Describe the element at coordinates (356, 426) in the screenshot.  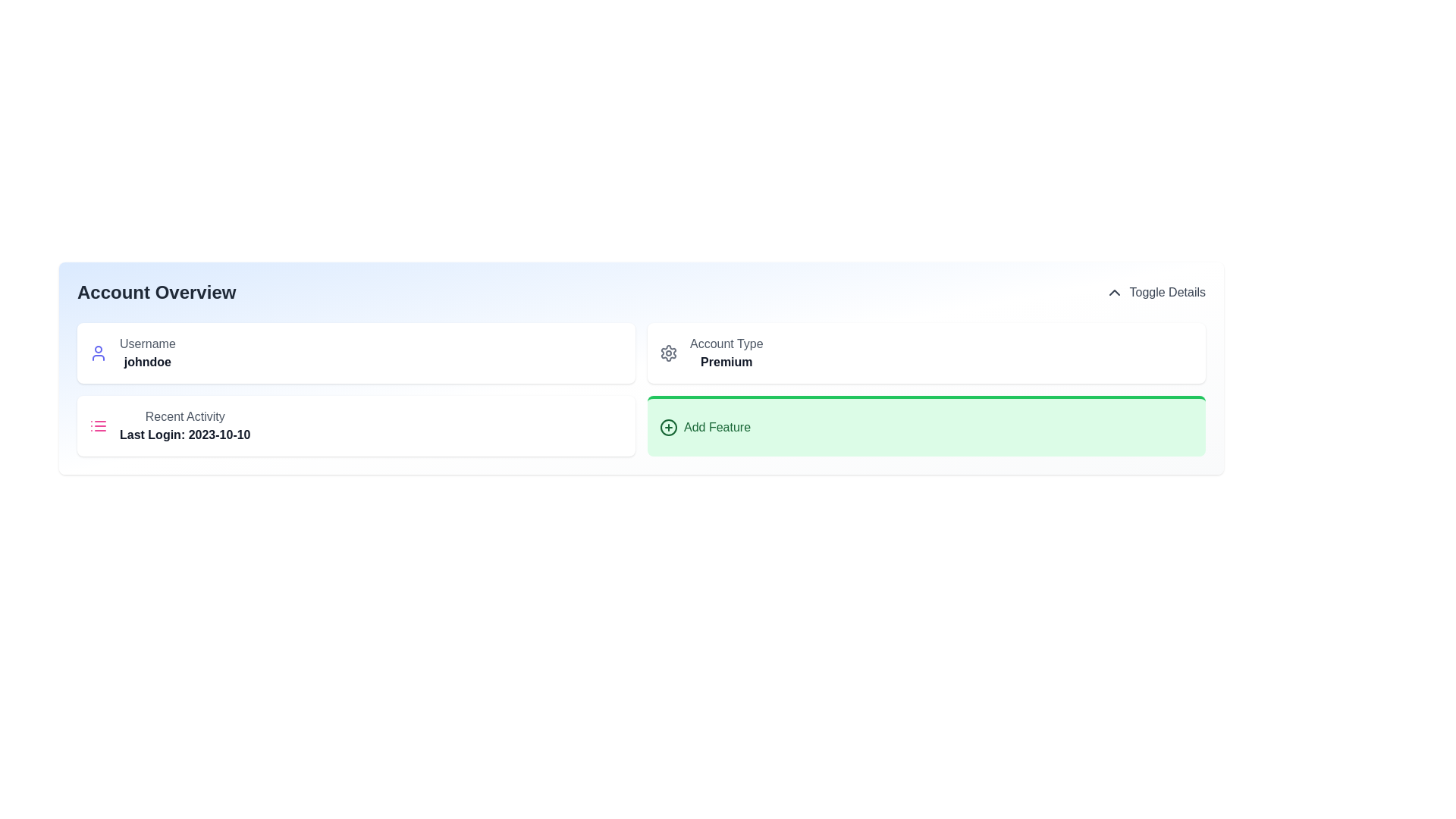
I see `the Information card displaying 'Recent Activity' and 'Last Login: 2023-10-10', which is positioned in the lower-left quadrant of the interface` at that location.